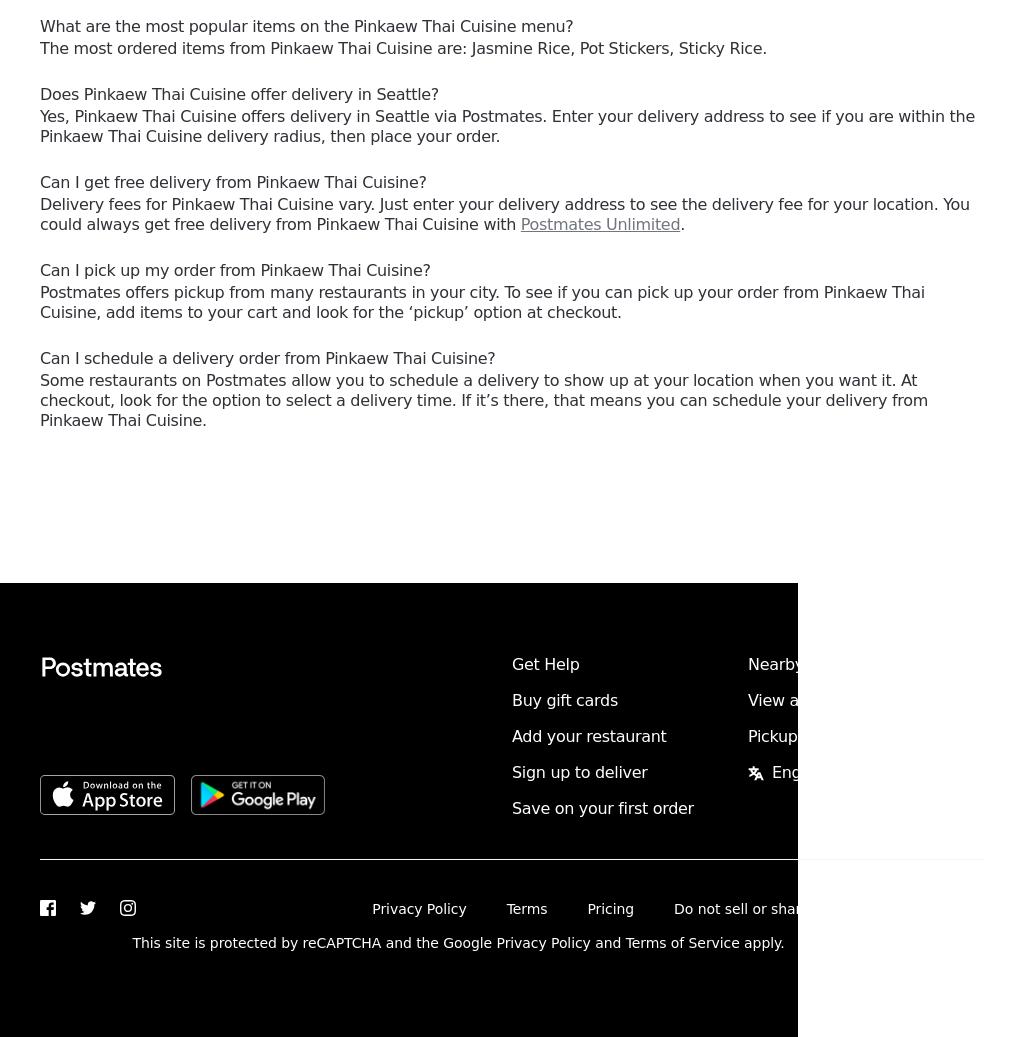  I want to click on 'and', so click(607, 943).